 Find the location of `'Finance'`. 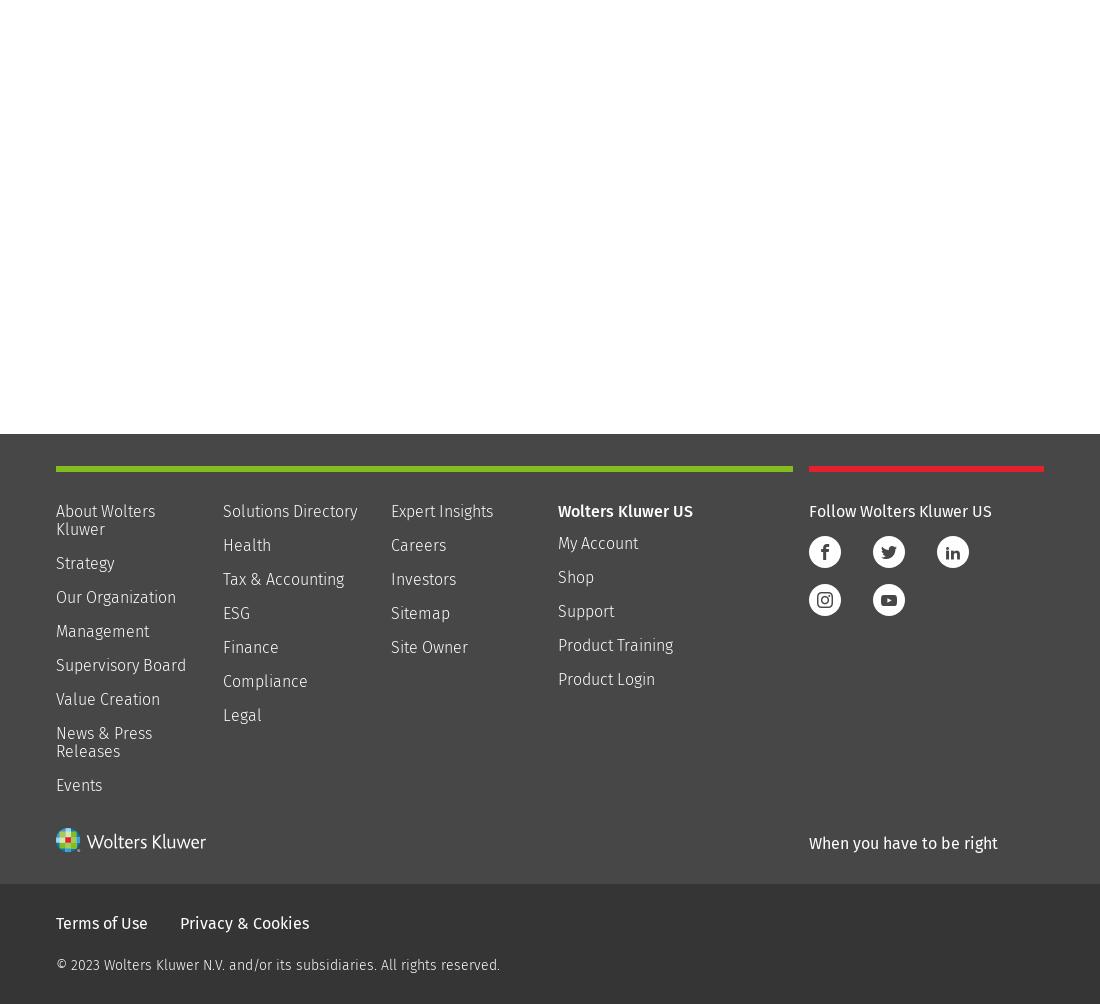

'Finance' is located at coordinates (251, 645).